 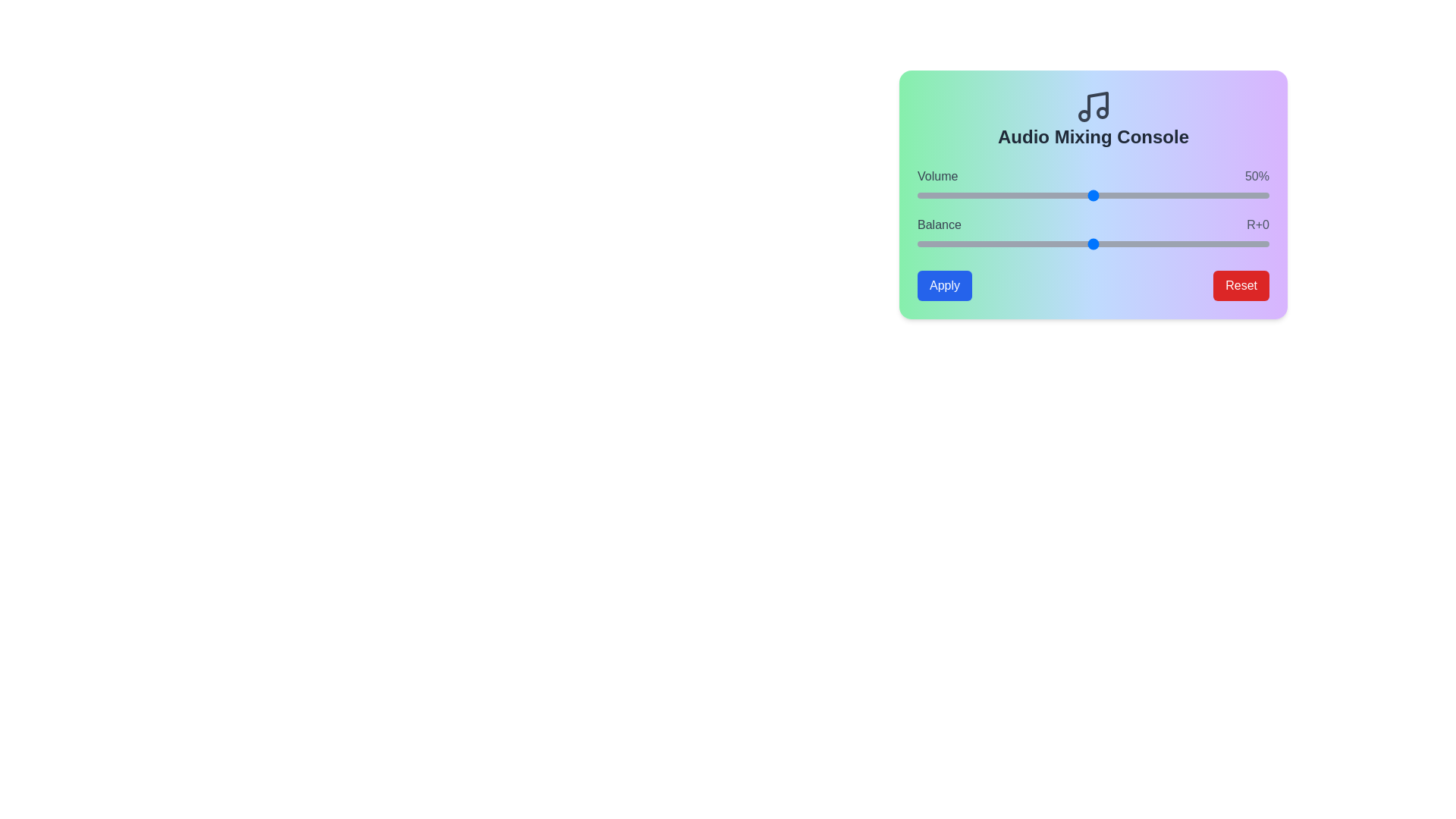 I want to click on the Decorative Icon located at the top-center of the panel, which visually reinforces the audio-related theme, above the 'Audio Mixing Console' text, so click(x=1093, y=106).